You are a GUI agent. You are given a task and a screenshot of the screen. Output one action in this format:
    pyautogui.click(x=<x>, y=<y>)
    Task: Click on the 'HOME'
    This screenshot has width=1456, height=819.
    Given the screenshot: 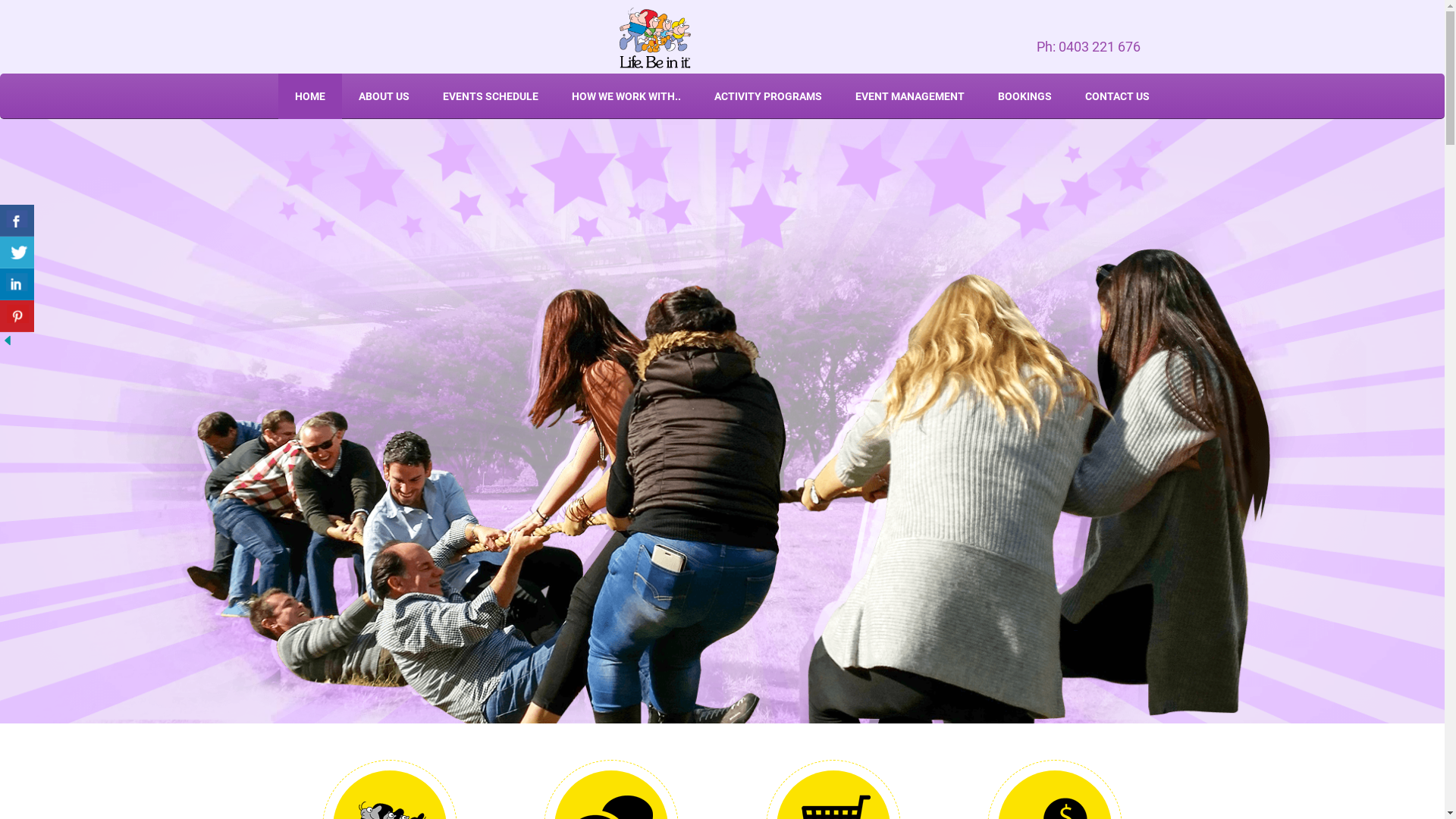 What is the action you would take?
    pyautogui.click(x=309, y=96)
    